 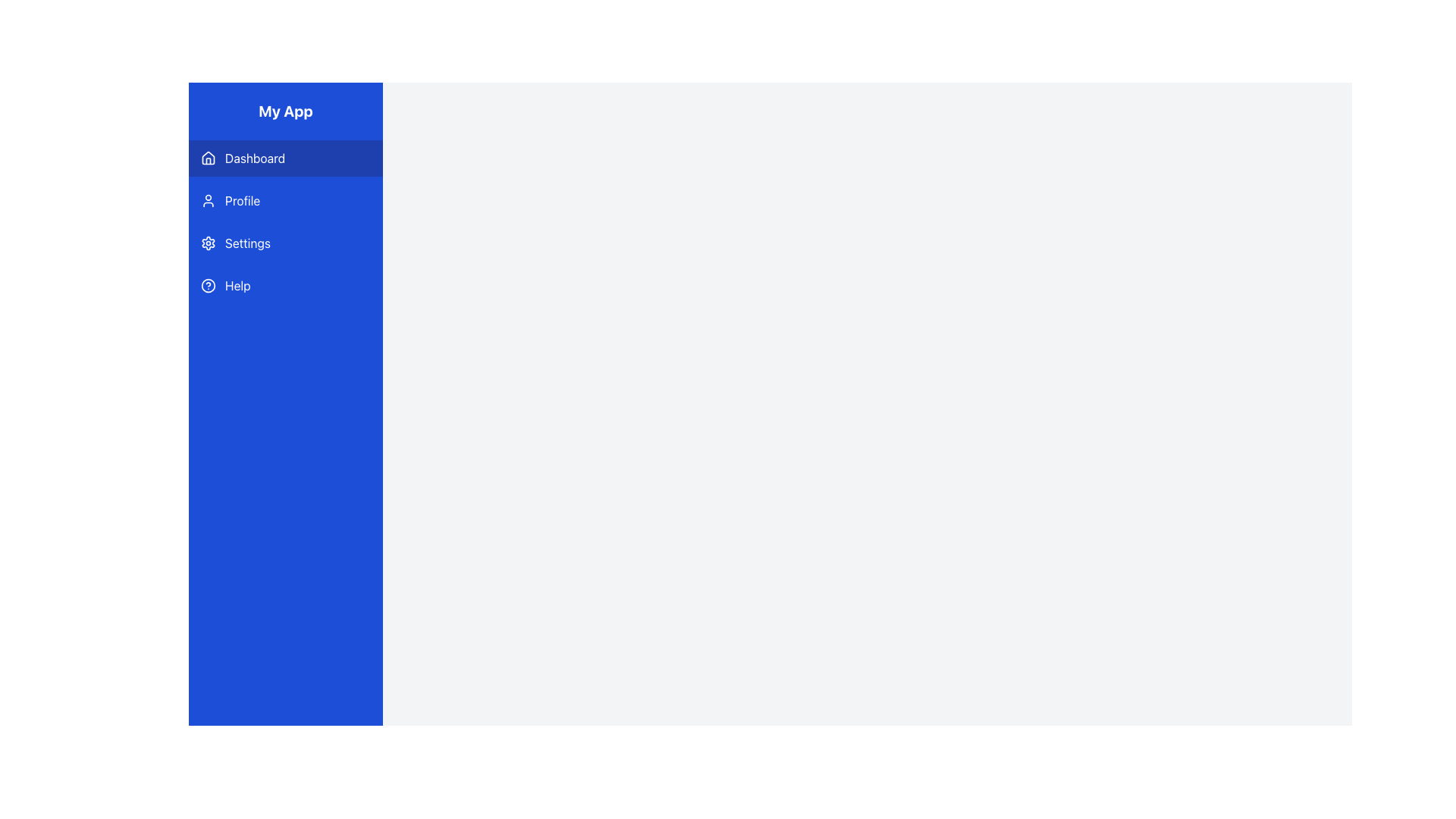 I want to click on the 'Profile' text label in the vertical navigation menu, so click(x=243, y=200).